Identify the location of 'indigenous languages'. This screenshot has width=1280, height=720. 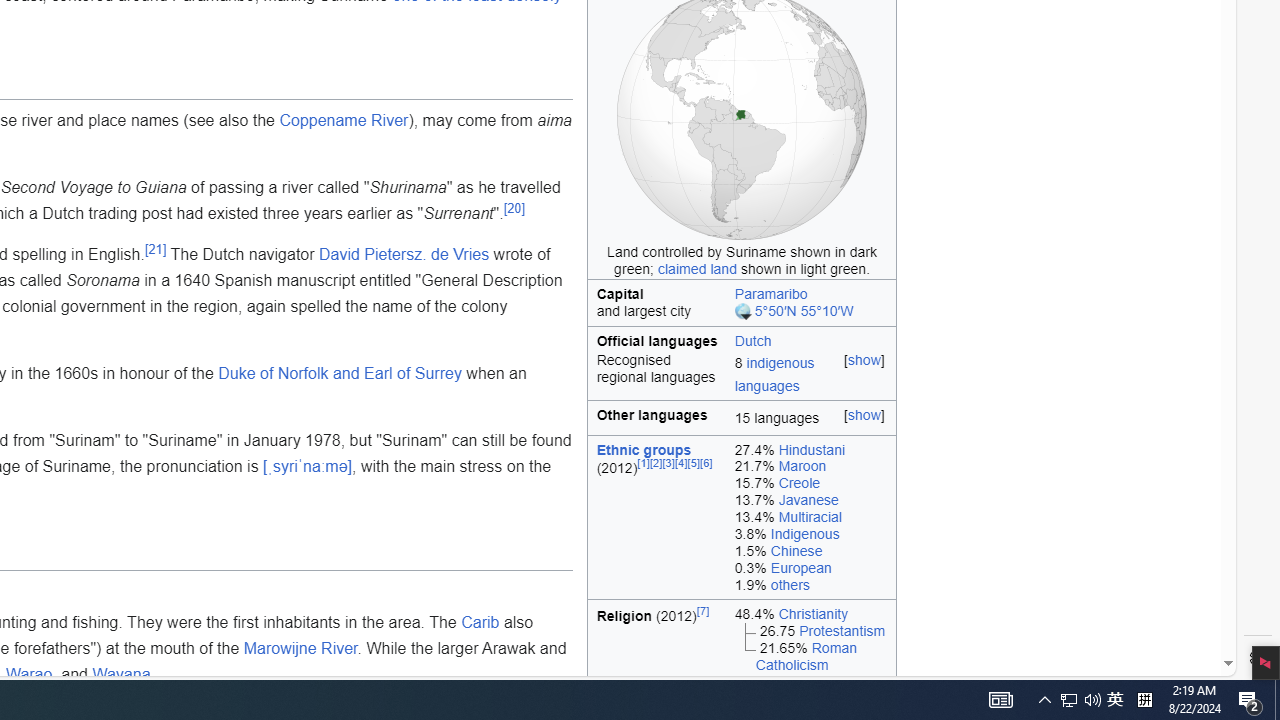
(773, 374).